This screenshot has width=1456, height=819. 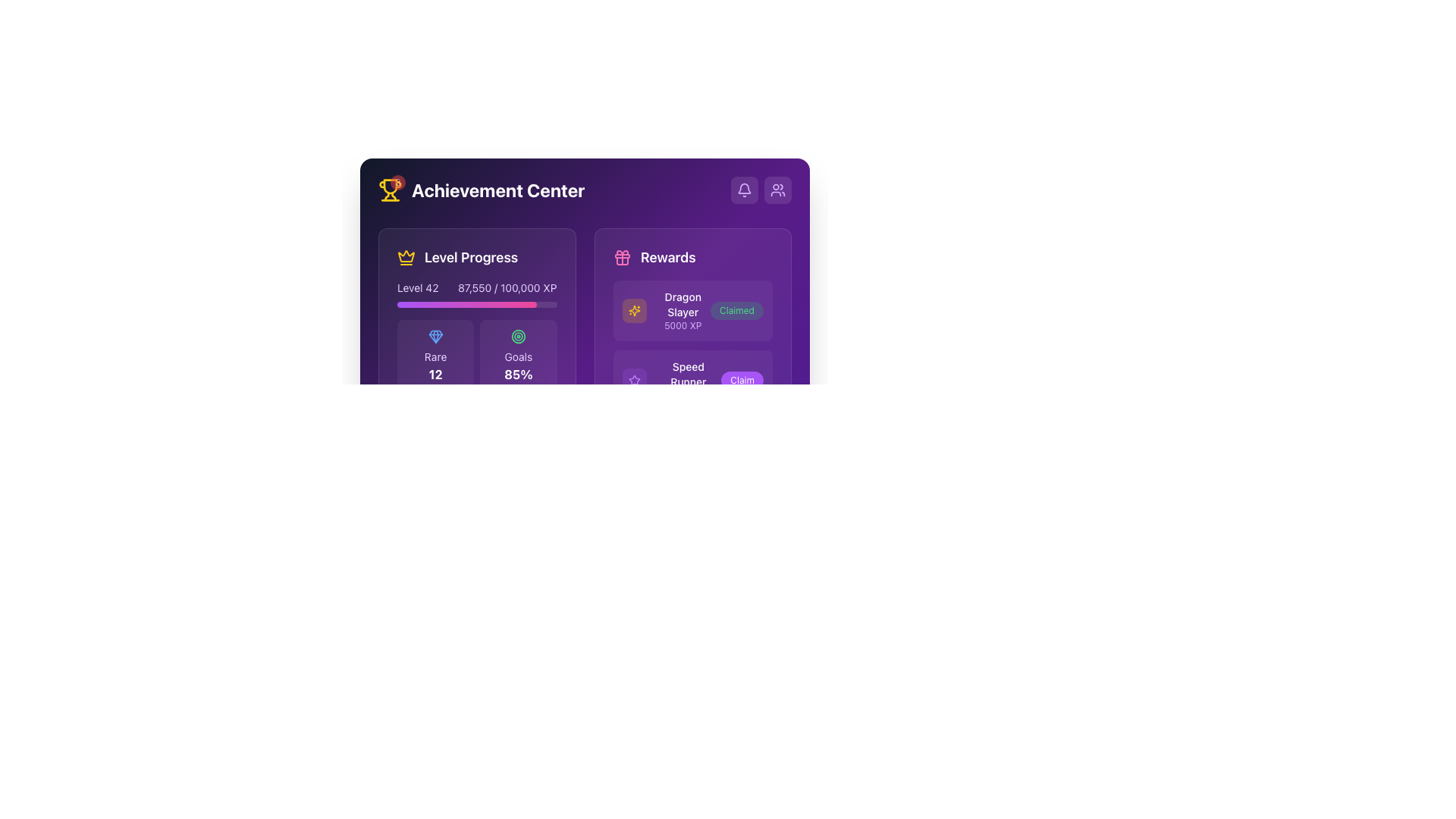 What do you see at coordinates (634, 309) in the screenshot?
I see `the SVG icon styled as a starburst or sparkles located in the top-right corner of the 'Rewards' section, which is characterized by its yellow and orange hues against a light yellowish background` at bounding box center [634, 309].